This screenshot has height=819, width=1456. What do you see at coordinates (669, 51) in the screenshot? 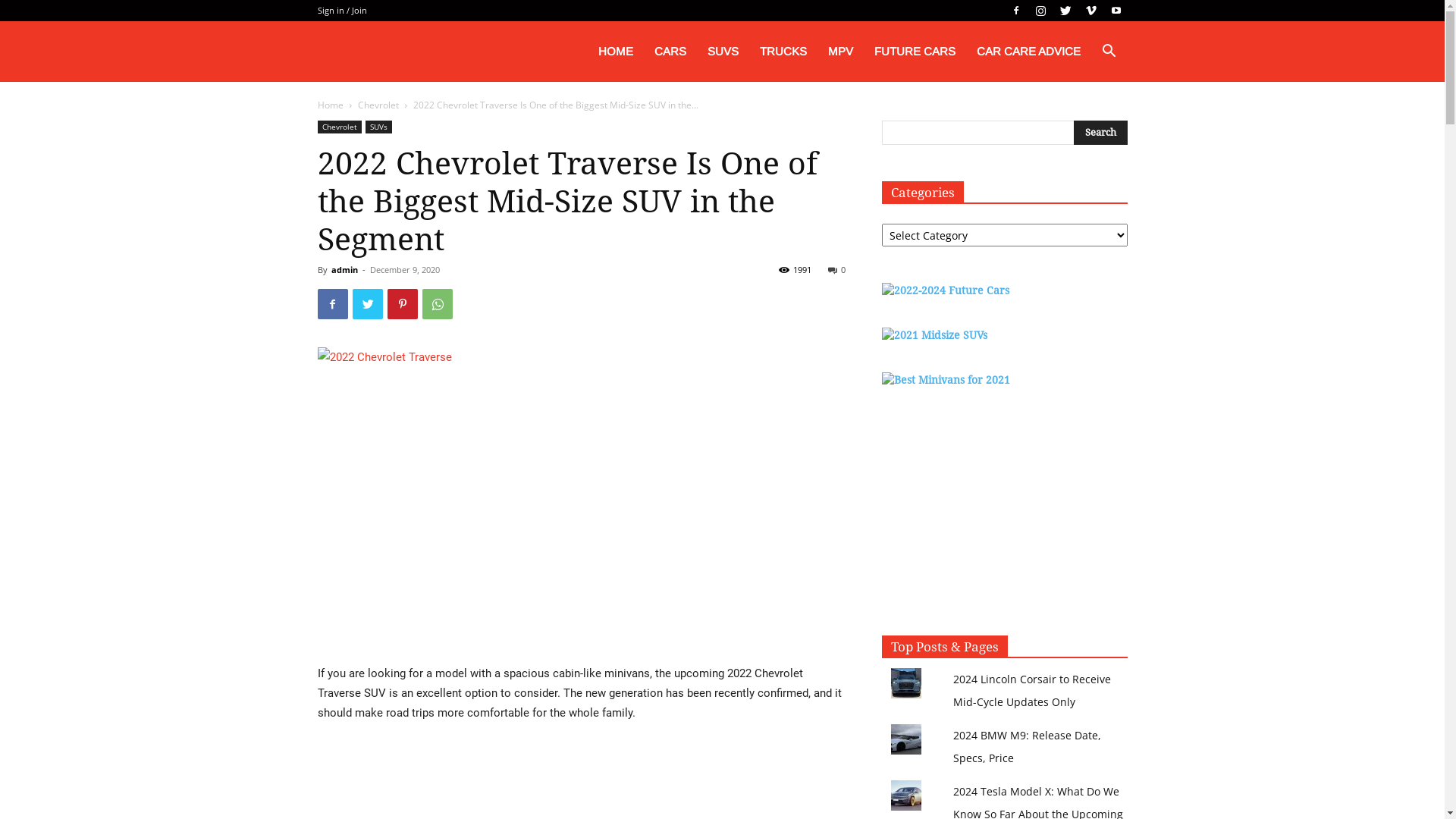
I see `'CARS'` at bounding box center [669, 51].